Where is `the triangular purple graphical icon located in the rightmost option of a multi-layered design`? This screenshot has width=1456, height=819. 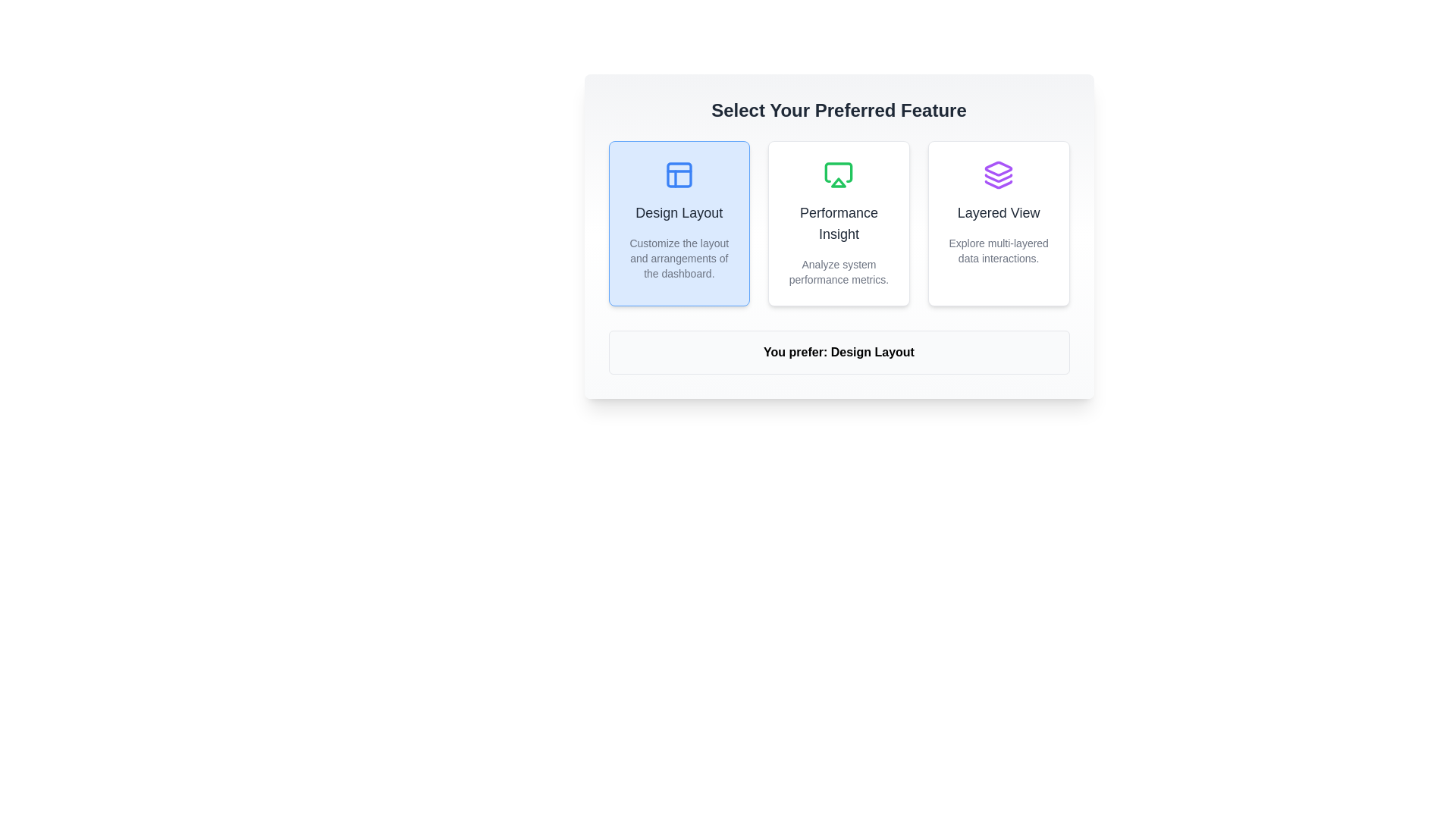
the triangular purple graphical icon located in the rightmost option of a multi-layered design is located at coordinates (999, 184).